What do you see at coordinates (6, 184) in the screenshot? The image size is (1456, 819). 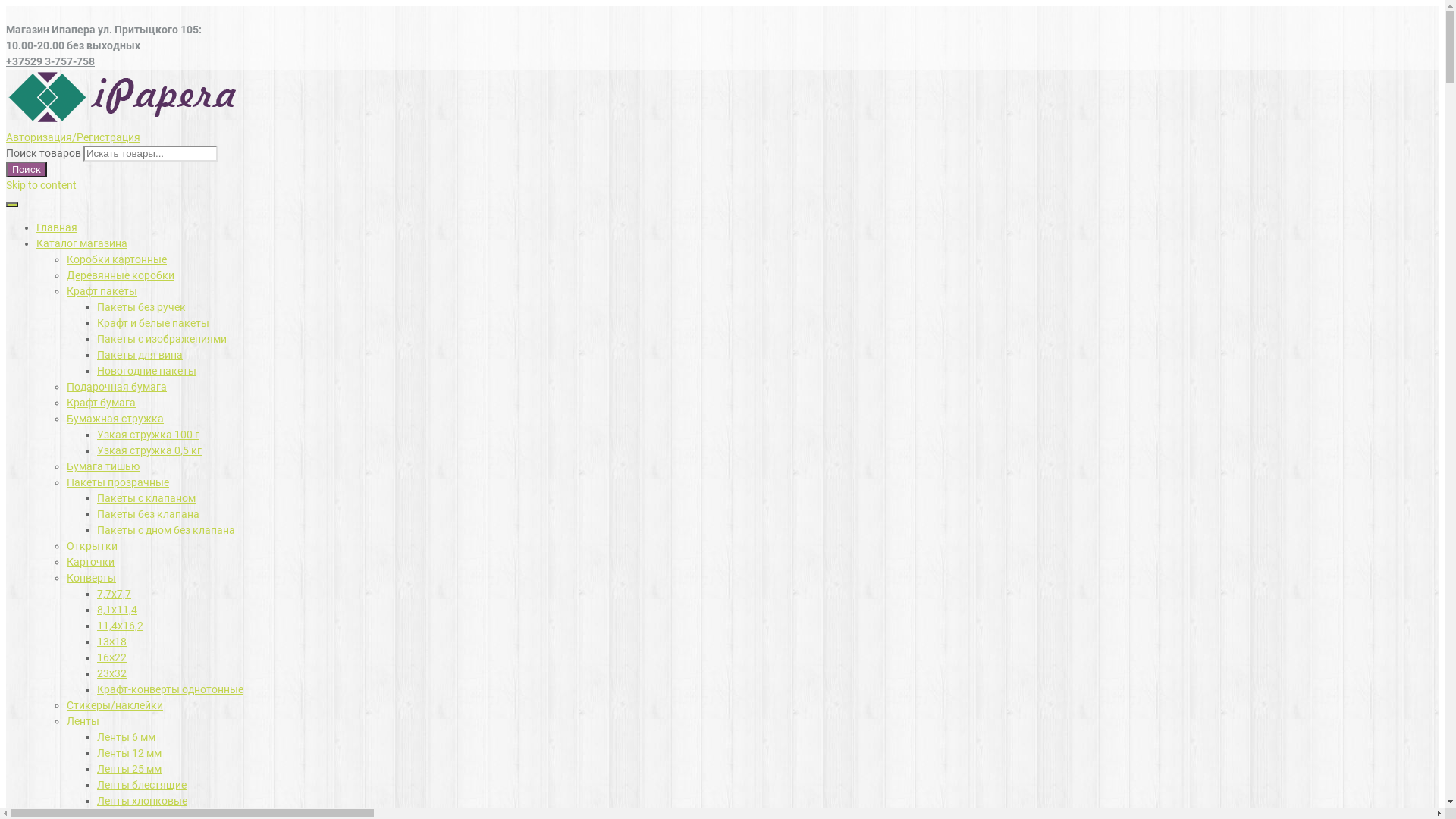 I see `'Skip to content'` at bounding box center [6, 184].